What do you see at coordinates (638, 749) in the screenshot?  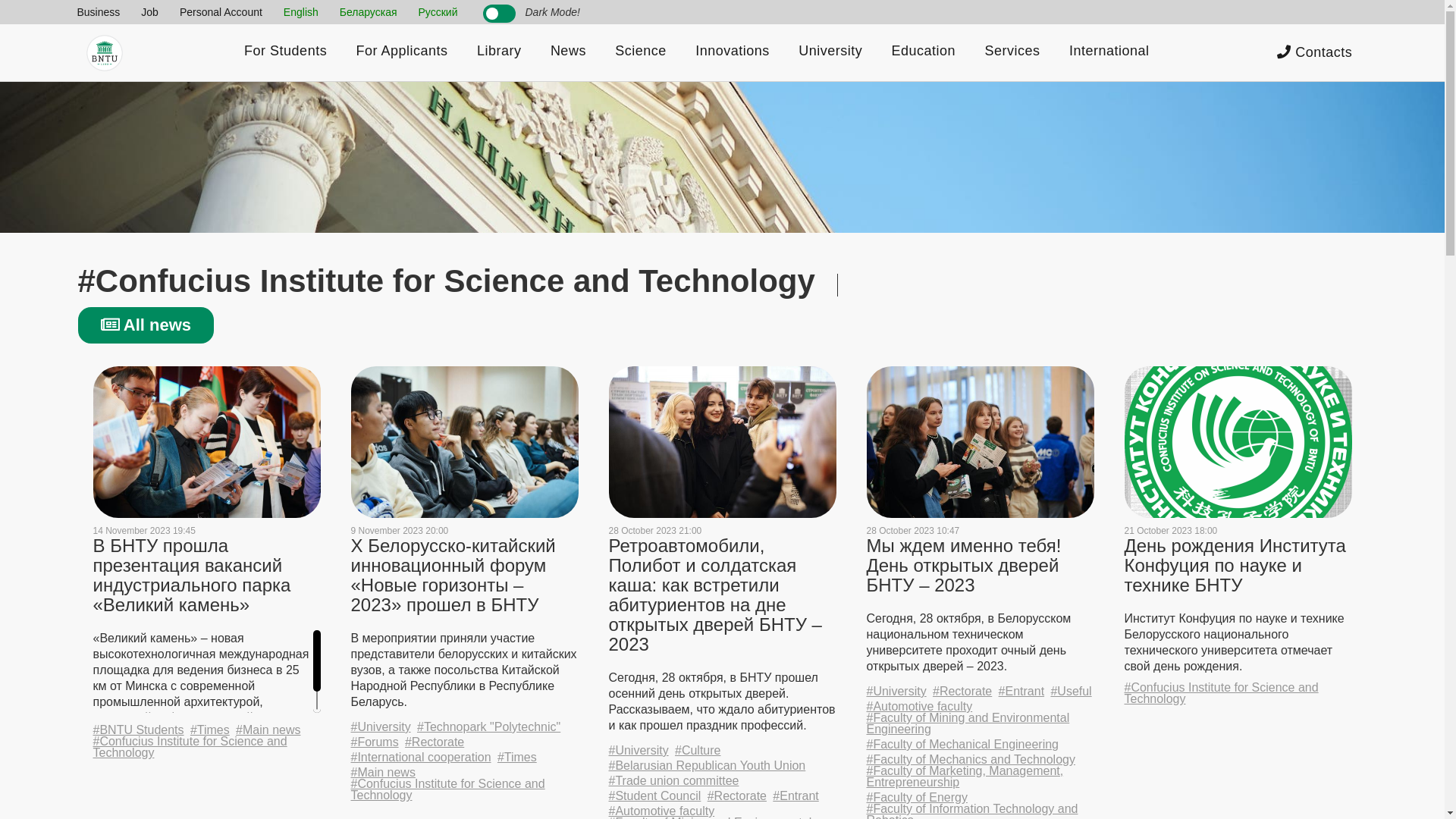 I see `'#University'` at bounding box center [638, 749].